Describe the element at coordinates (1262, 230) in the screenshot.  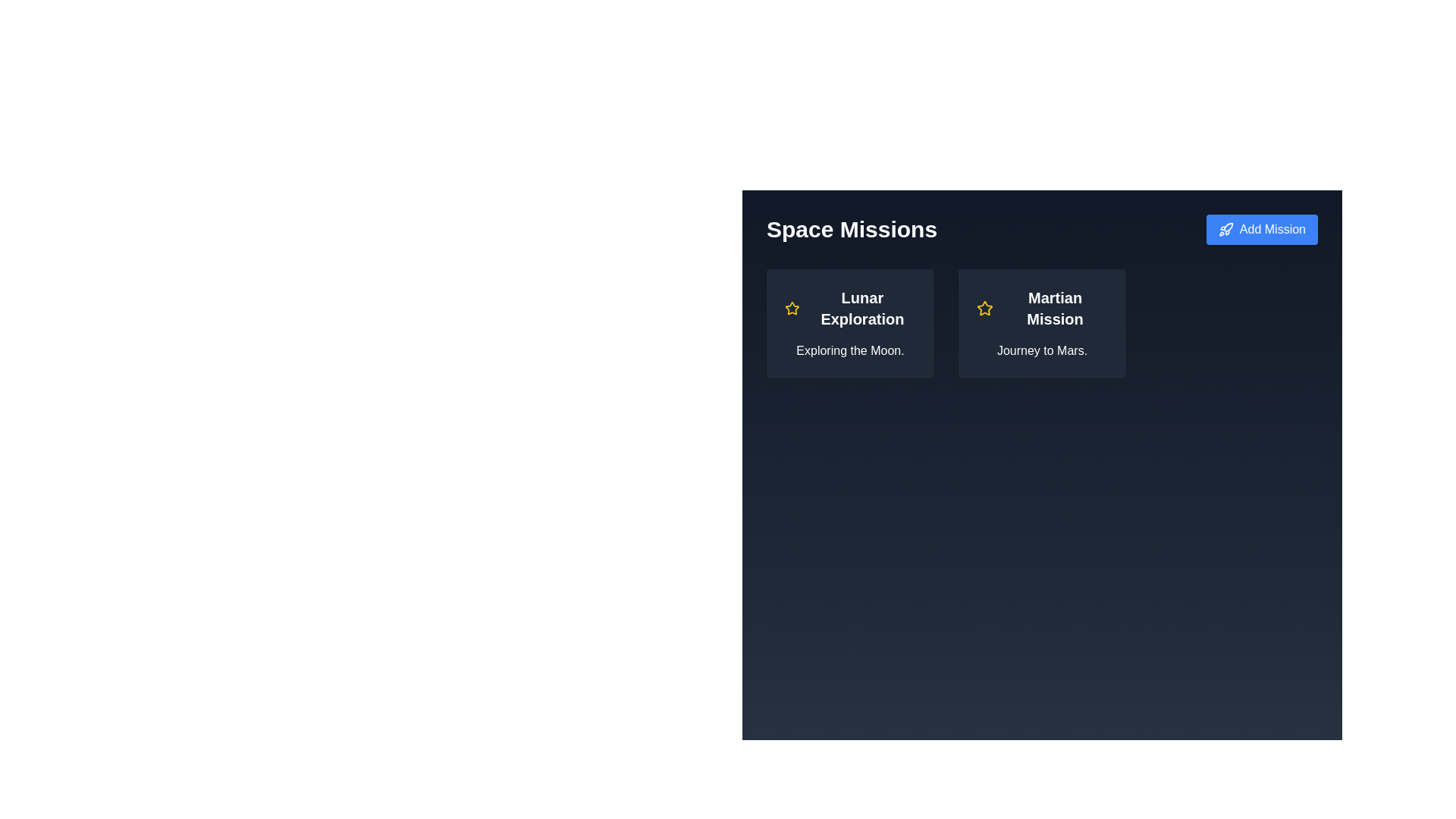
I see `the 'Add New Mission' button located in the top-right area next to the 'Space Missions' title` at that location.